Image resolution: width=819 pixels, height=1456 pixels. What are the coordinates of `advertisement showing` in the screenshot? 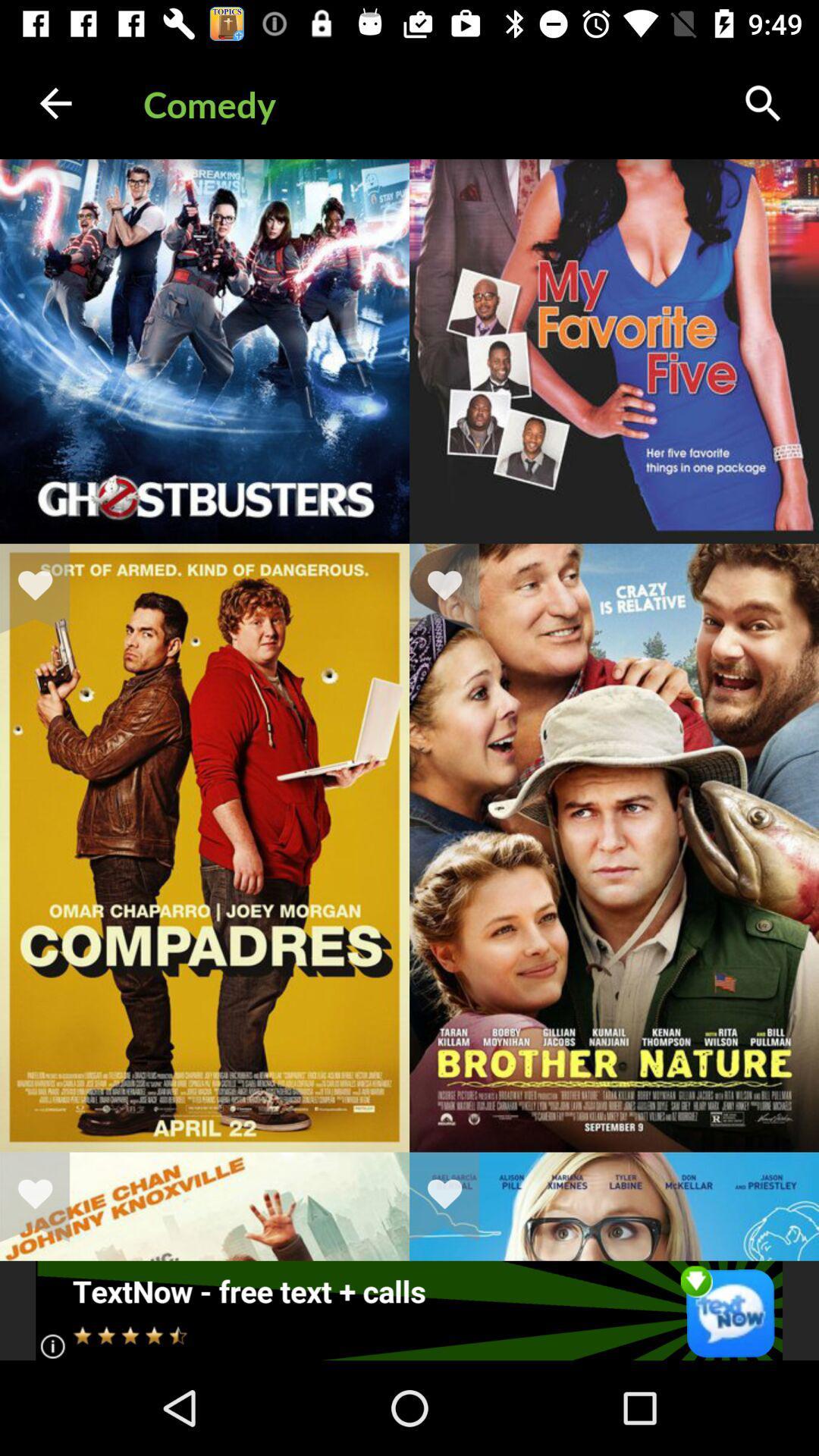 It's located at (408, 1310).